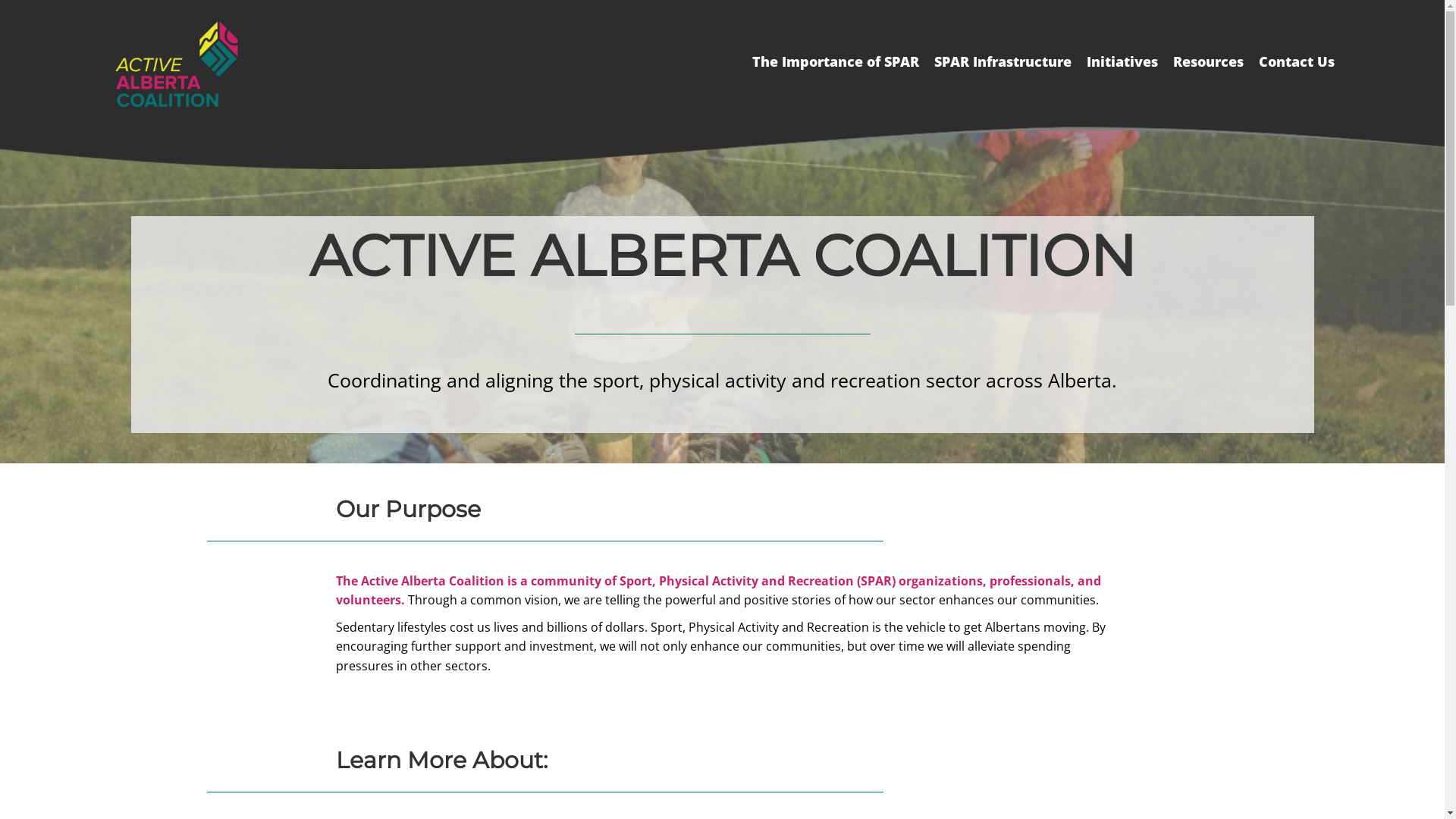 The width and height of the screenshot is (1456, 819). What do you see at coordinates (1295, 61) in the screenshot?
I see `'Contact Us'` at bounding box center [1295, 61].